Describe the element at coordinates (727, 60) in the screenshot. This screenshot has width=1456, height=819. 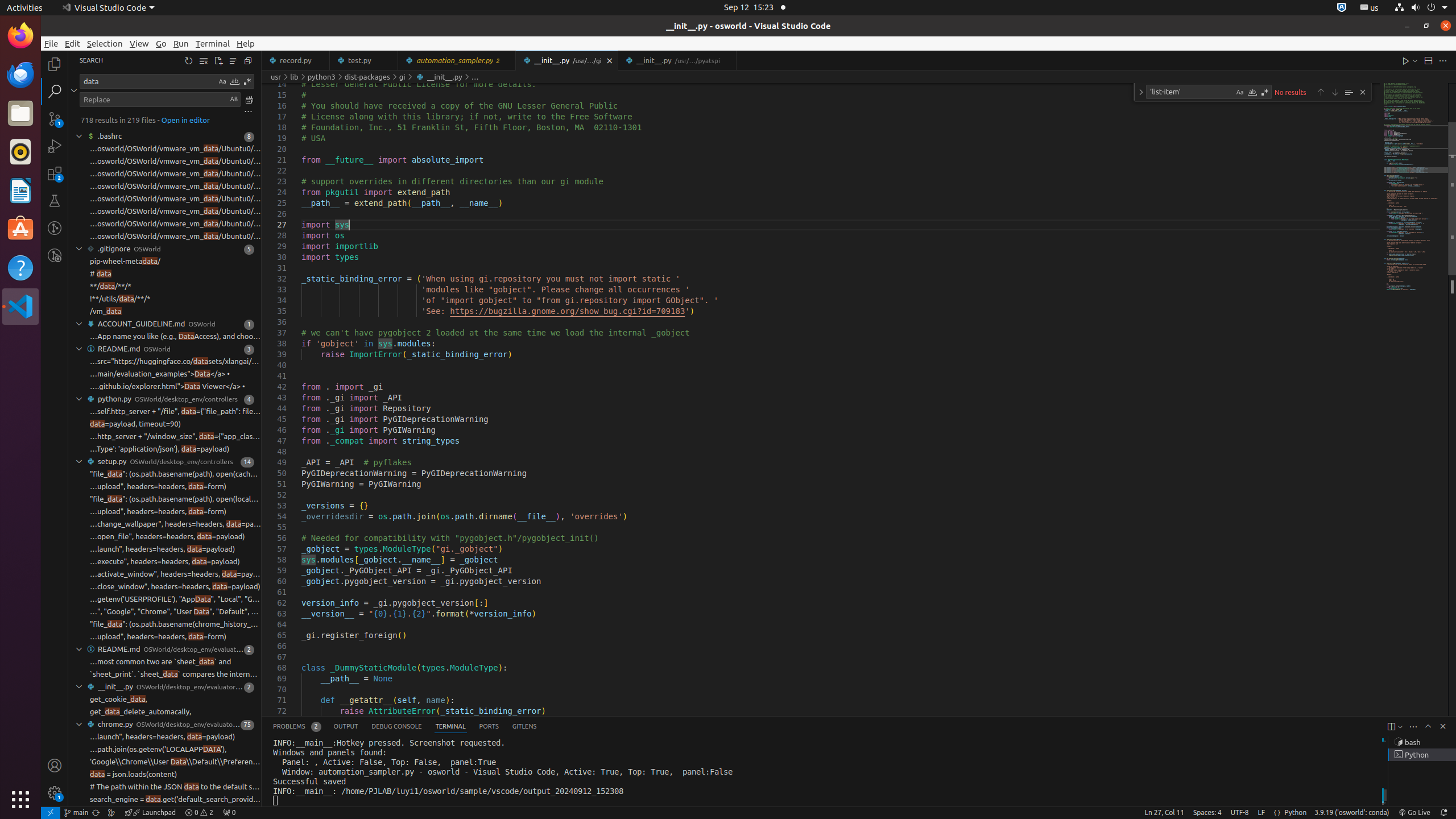
I see `'Close (Ctrl+W)'` at that location.